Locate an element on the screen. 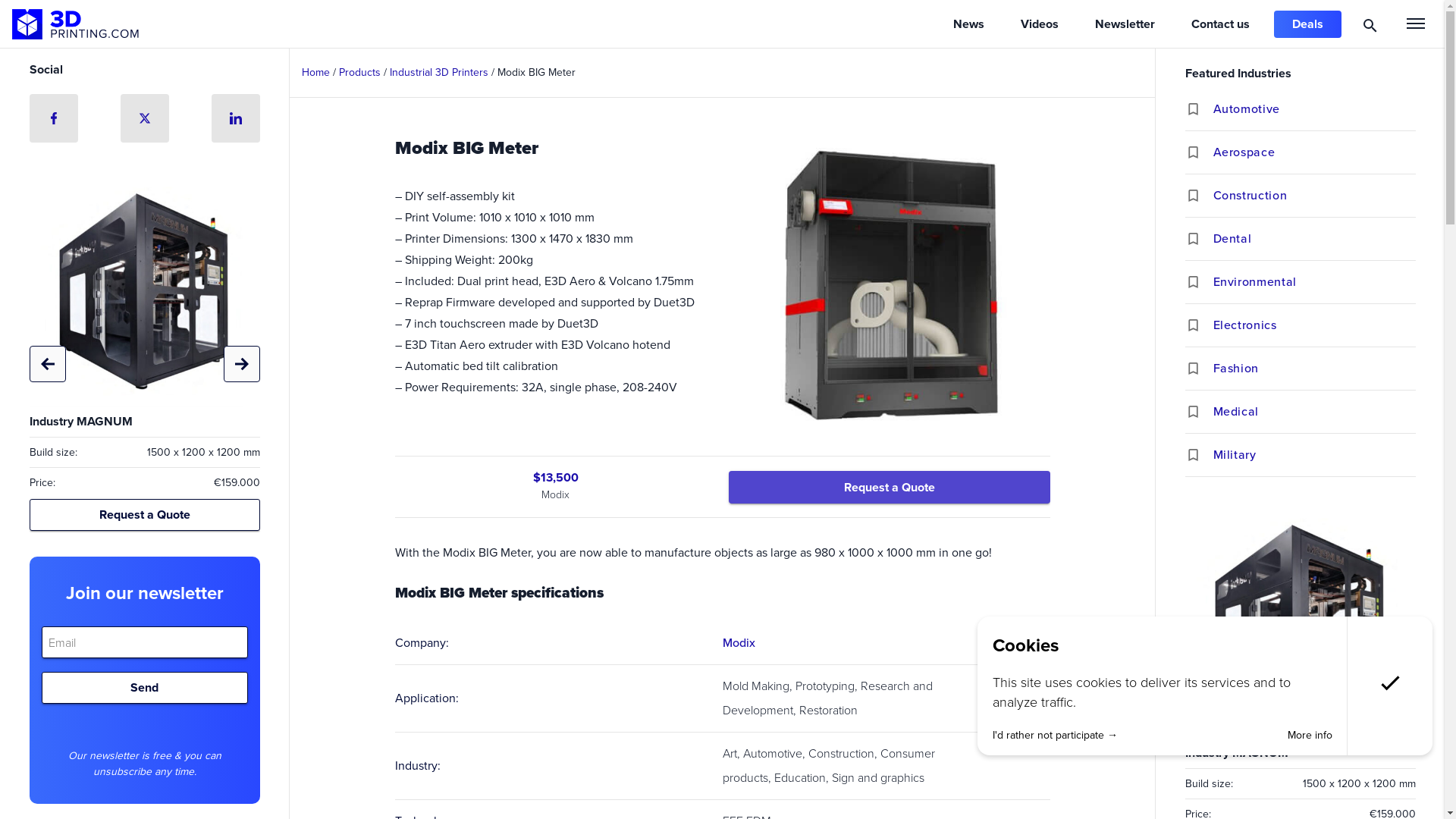 The height and width of the screenshot is (819, 1456). '$13,500' is located at coordinates (554, 476).